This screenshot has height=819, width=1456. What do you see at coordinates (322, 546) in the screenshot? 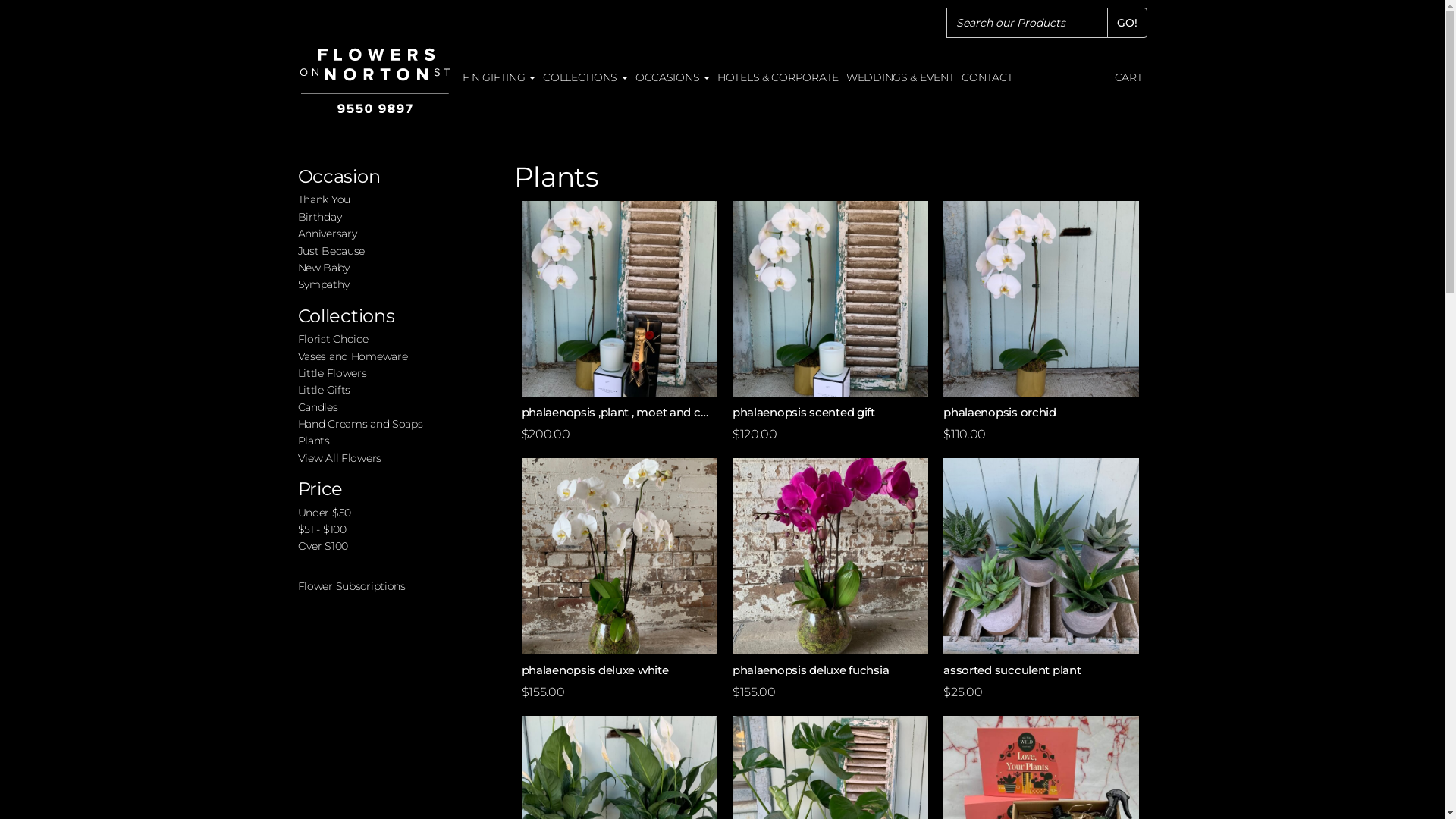
I see `'Over $100'` at bounding box center [322, 546].